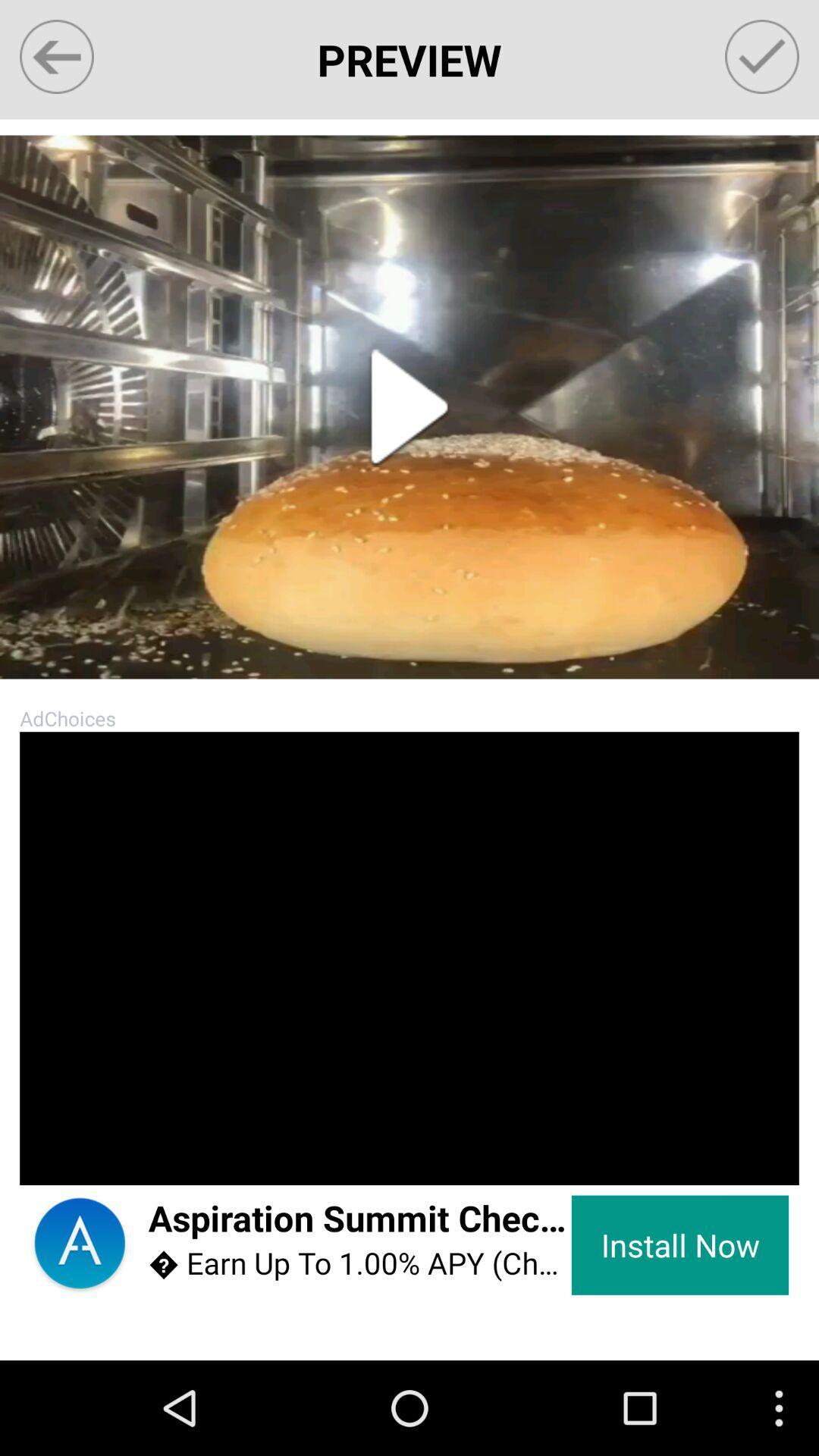  What do you see at coordinates (359, 1263) in the screenshot?
I see `item below the aspiration summit checking icon` at bounding box center [359, 1263].